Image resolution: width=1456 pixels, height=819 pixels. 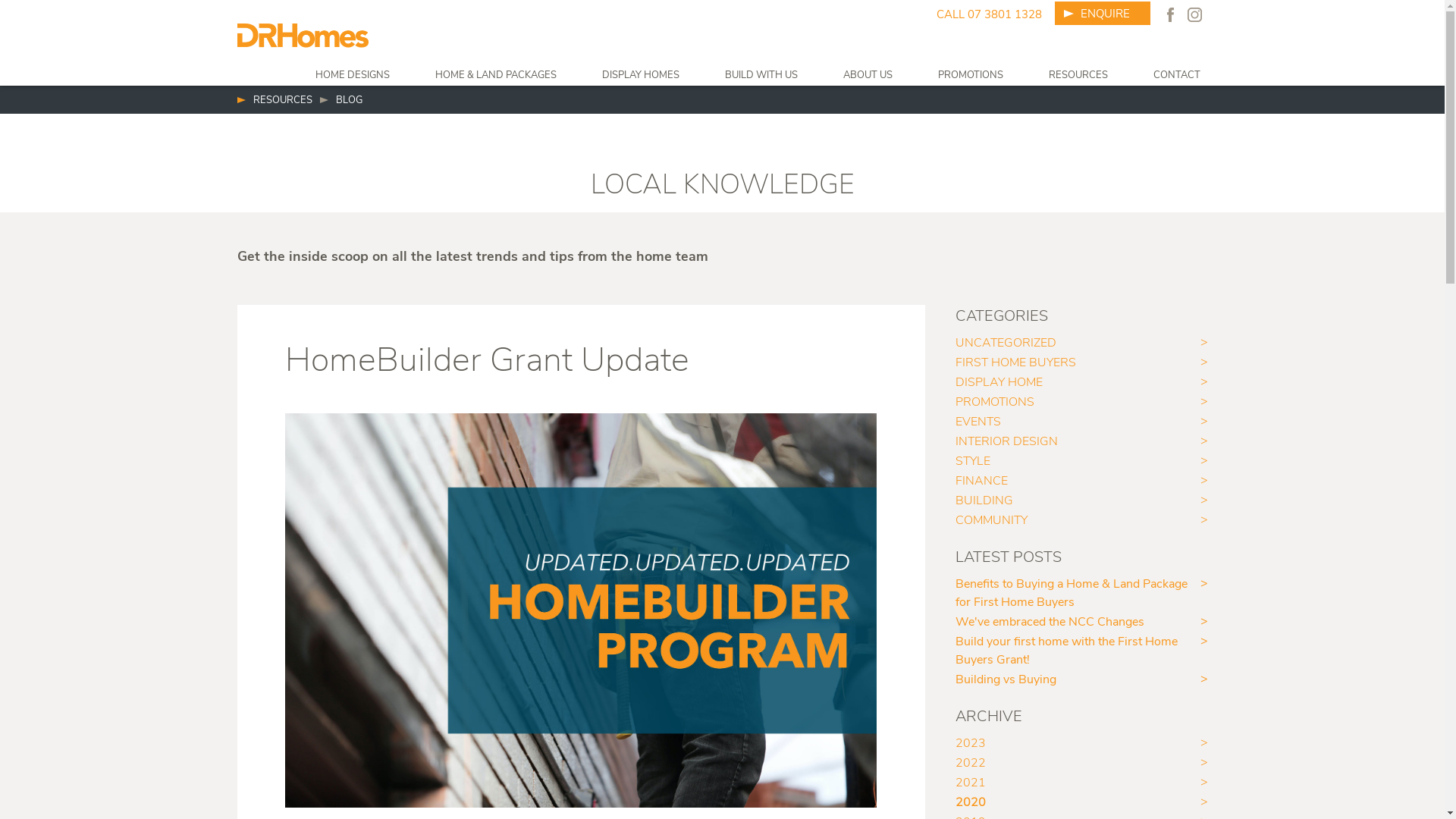 What do you see at coordinates (427, 76) in the screenshot?
I see `'HOME & LAND PACKAGES'` at bounding box center [427, 76].